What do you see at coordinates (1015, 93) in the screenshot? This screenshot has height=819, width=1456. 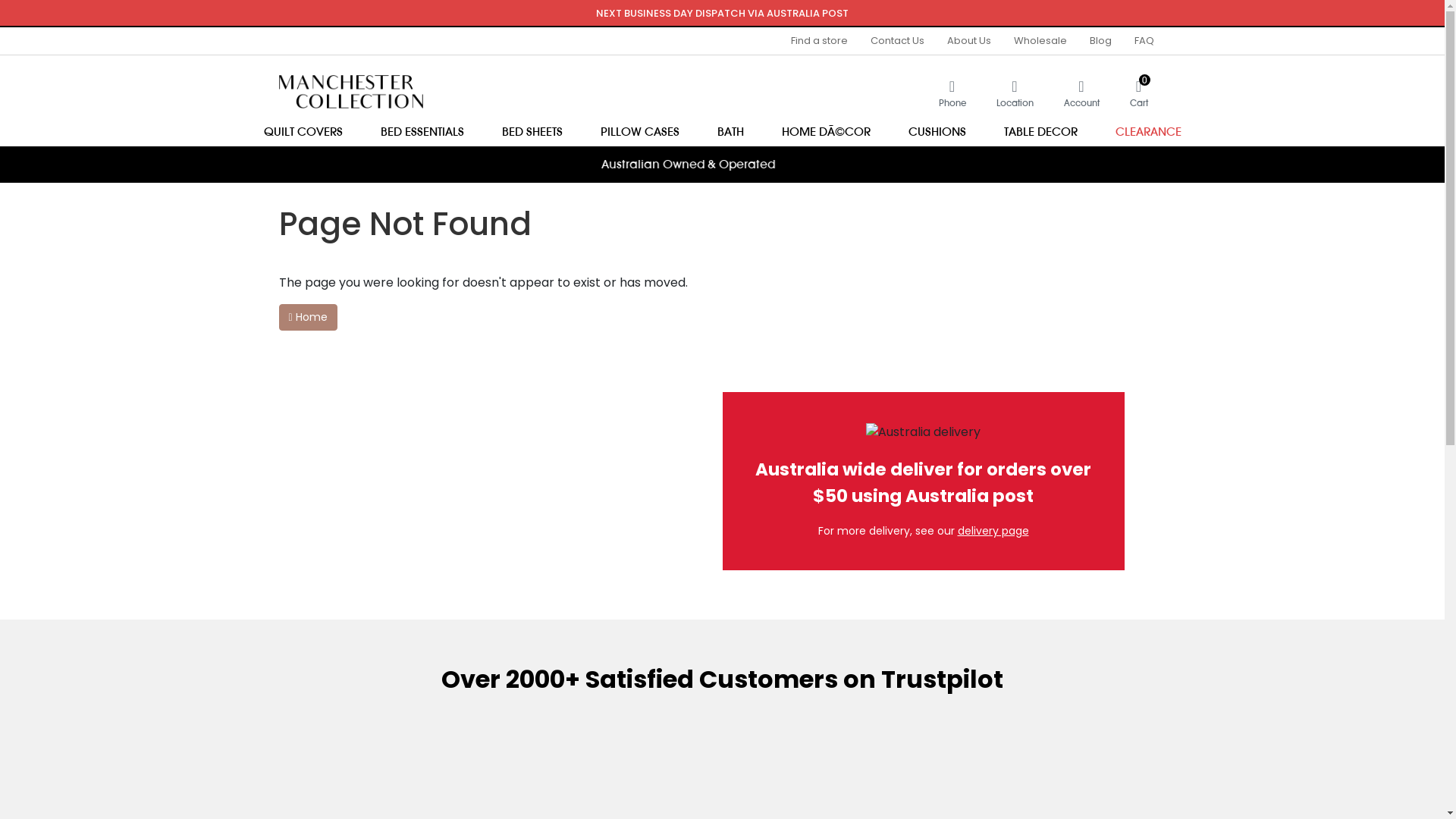 I see `'Location'` at bounding box center [1015, 93].